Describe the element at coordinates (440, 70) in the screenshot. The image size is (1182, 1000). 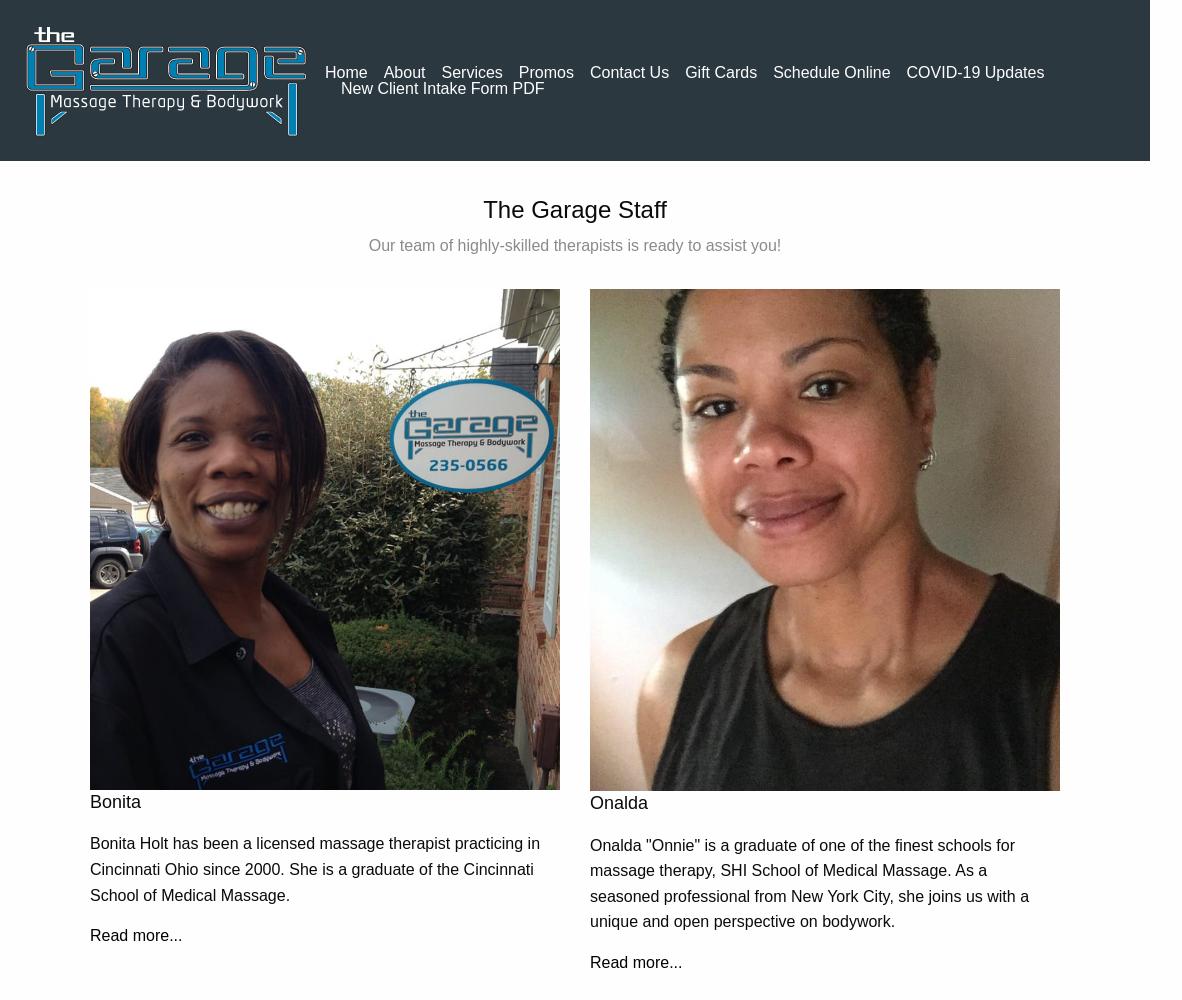
I see `'Services'` at that location.